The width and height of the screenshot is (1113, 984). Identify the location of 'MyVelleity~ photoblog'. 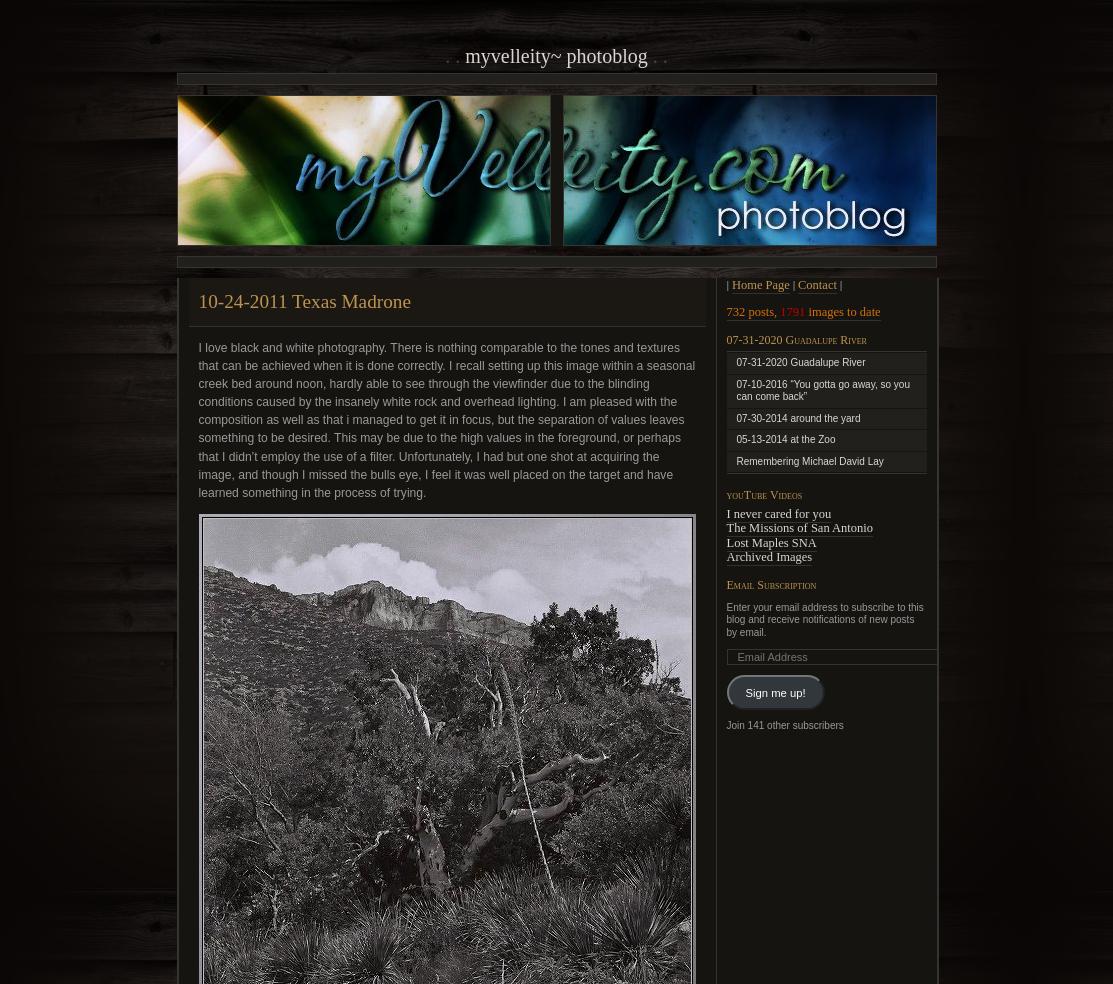
(556, 54).